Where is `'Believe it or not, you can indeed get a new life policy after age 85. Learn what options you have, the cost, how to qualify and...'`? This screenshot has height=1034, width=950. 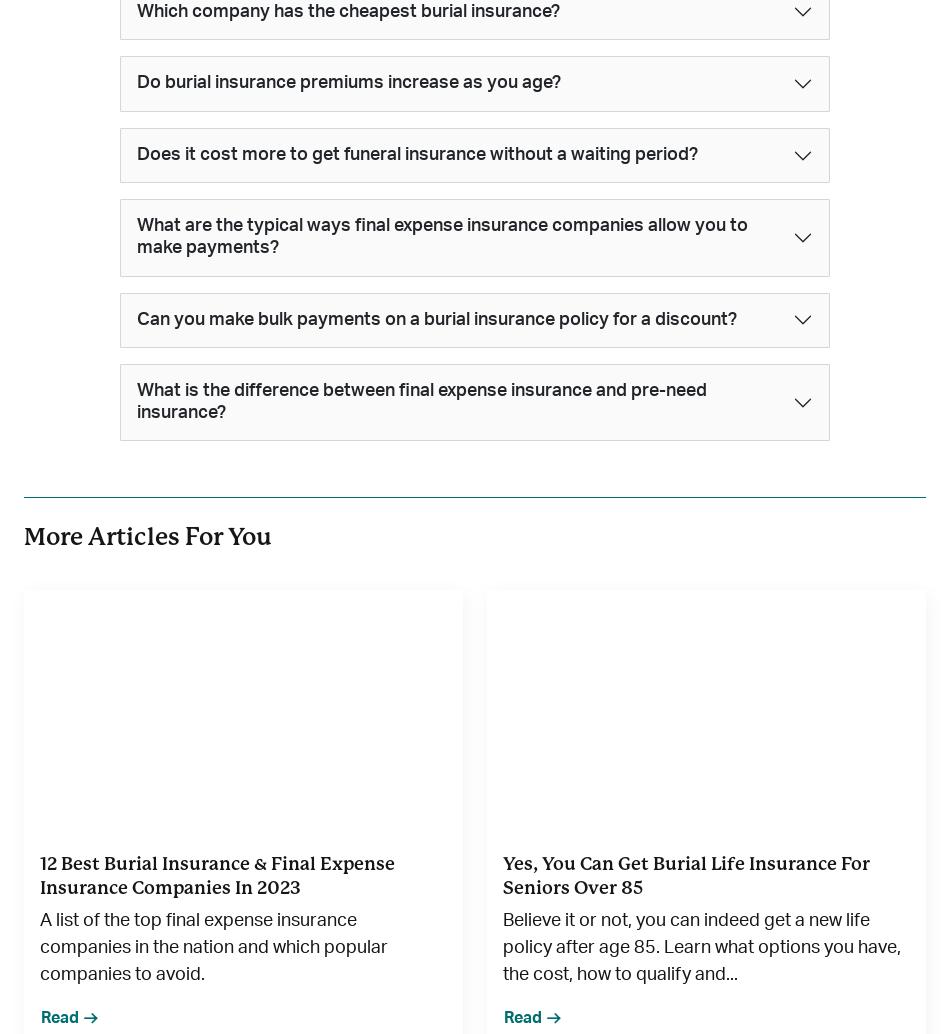 'Believe it or not, you can indeed get a new life policy after age 85. Learn what options you have, the cost, how to qualify and...' is located at coordinates (701, 946).